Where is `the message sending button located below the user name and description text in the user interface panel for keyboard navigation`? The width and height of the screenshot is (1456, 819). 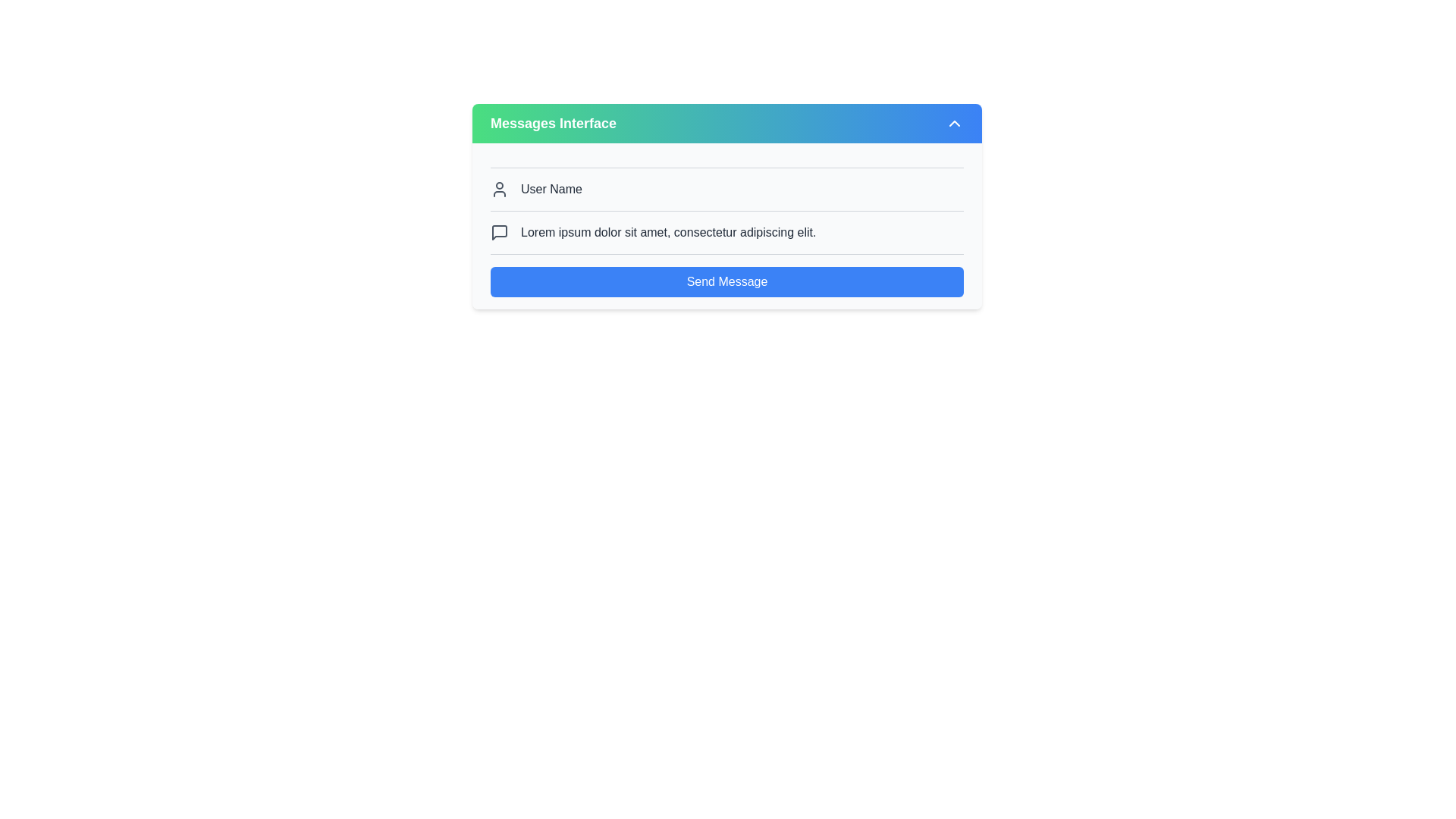 the message sending button located below the user name and description text in the user interface panel for keyboard navigation is located at coordinates (726, 281).